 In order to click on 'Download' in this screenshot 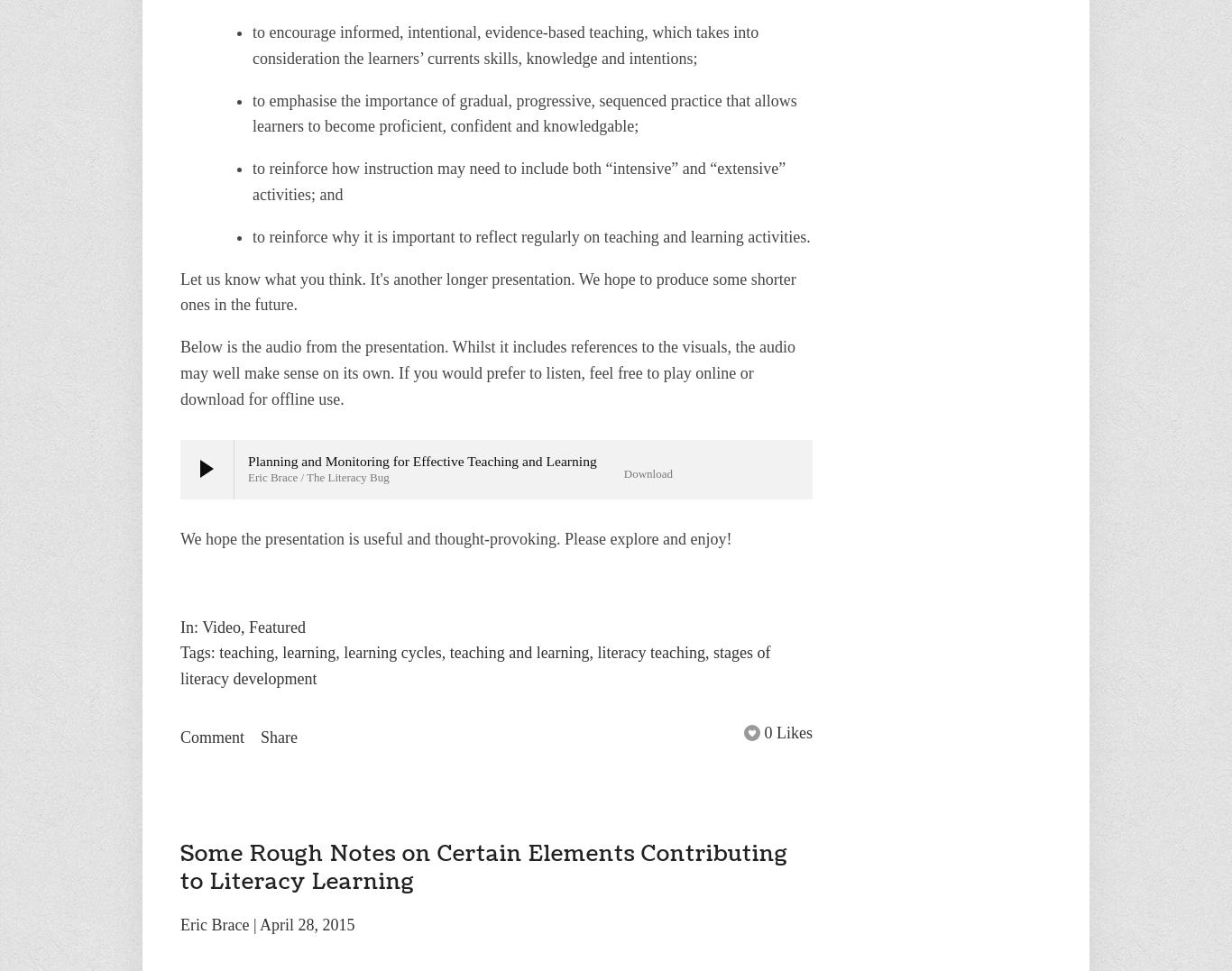, I will do `click(647, 472)`.